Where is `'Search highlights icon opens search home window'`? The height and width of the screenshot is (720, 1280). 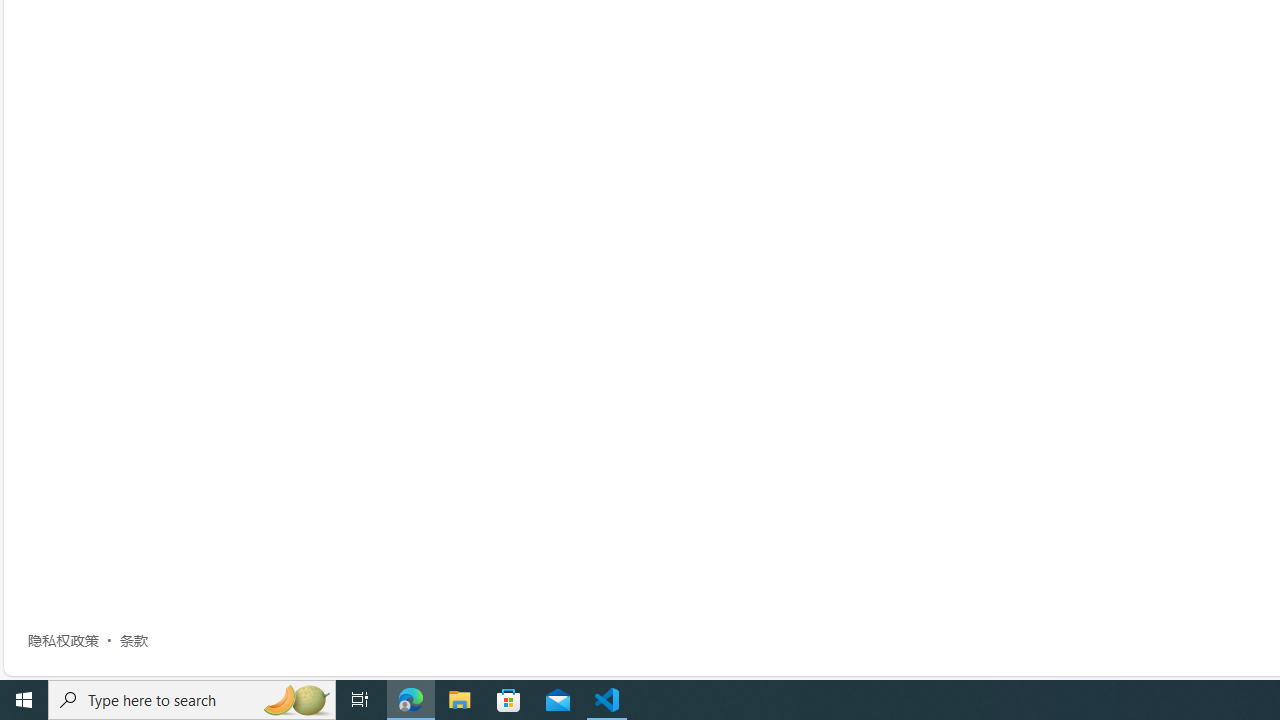
'Search highlights icon opens search home window' is located at coordinates (294, 698).